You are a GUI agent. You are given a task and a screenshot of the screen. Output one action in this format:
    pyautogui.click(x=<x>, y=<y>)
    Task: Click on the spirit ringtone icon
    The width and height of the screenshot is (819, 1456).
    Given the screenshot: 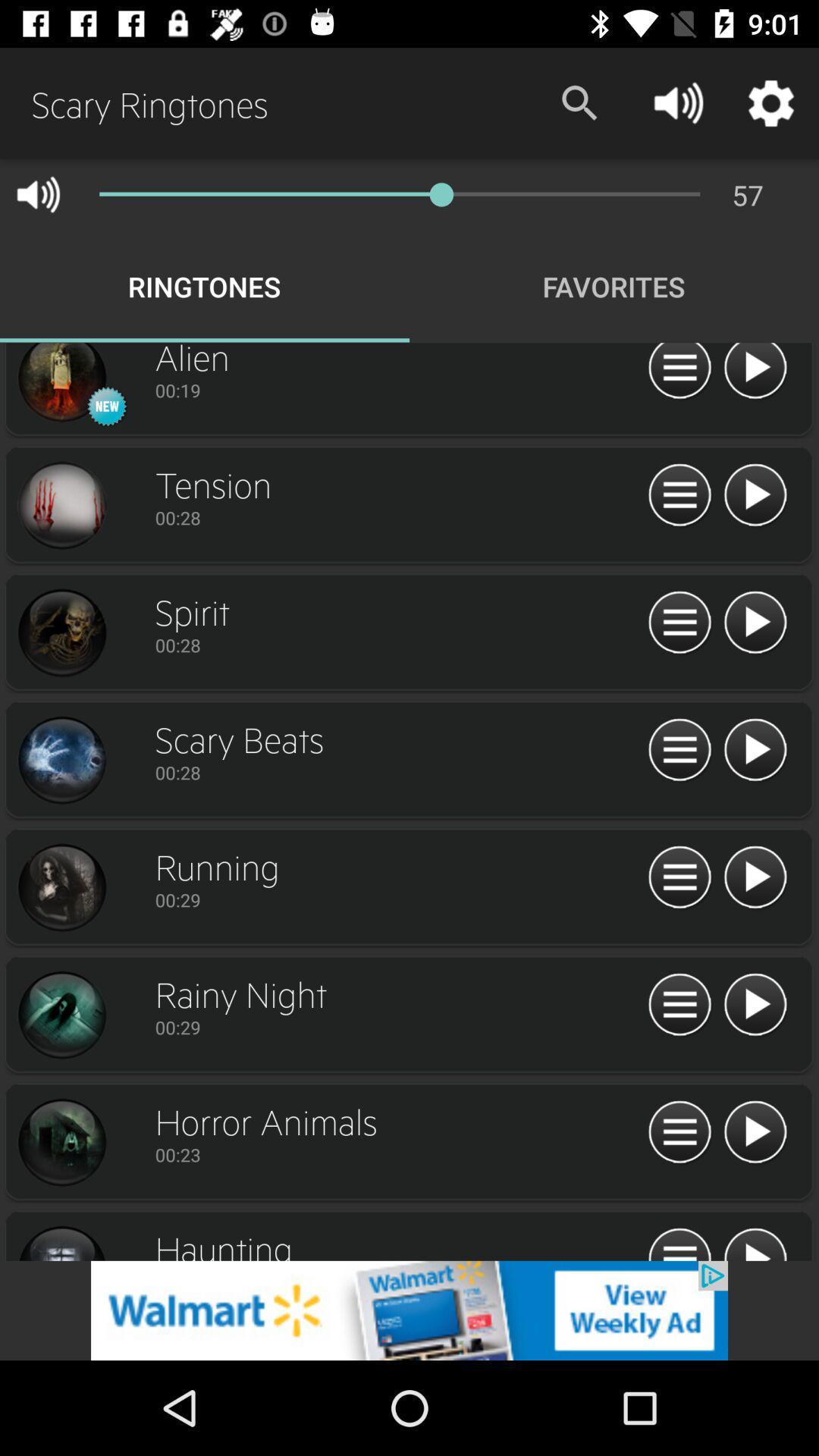 What is the action you would take?
    pyautogui.click(x=755, y=623)
    